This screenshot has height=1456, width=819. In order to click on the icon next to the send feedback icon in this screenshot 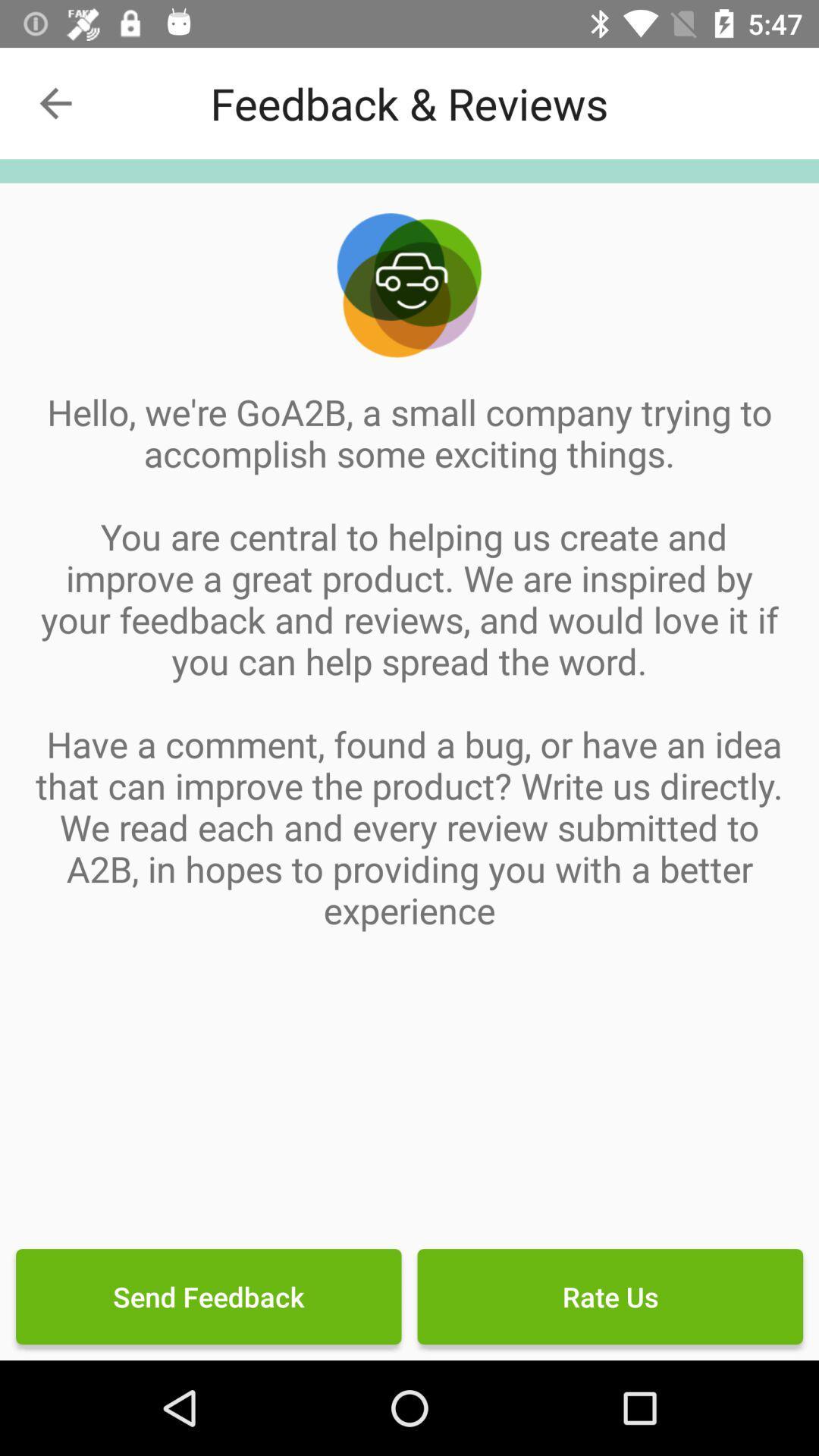, I will do `click(609, 1295)`.